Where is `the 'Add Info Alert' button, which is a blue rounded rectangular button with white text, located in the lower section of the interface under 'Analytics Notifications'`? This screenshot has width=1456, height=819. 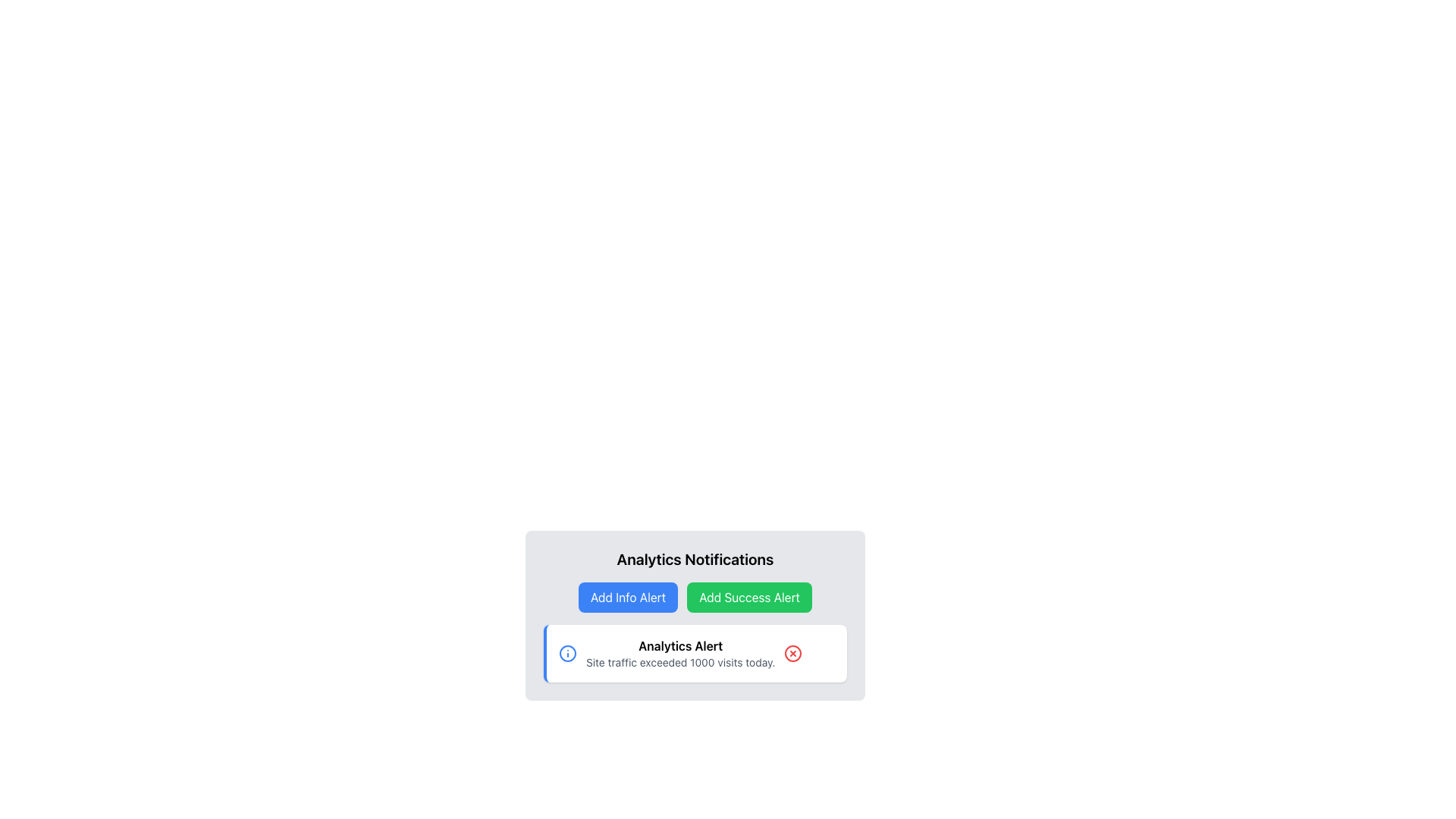 the 'Add Info Alert' button, which is a blue rounded rectangular button with white text, located in the lower section of the interface under 'Analytics Notifications' is located at coordinates (628, 596).